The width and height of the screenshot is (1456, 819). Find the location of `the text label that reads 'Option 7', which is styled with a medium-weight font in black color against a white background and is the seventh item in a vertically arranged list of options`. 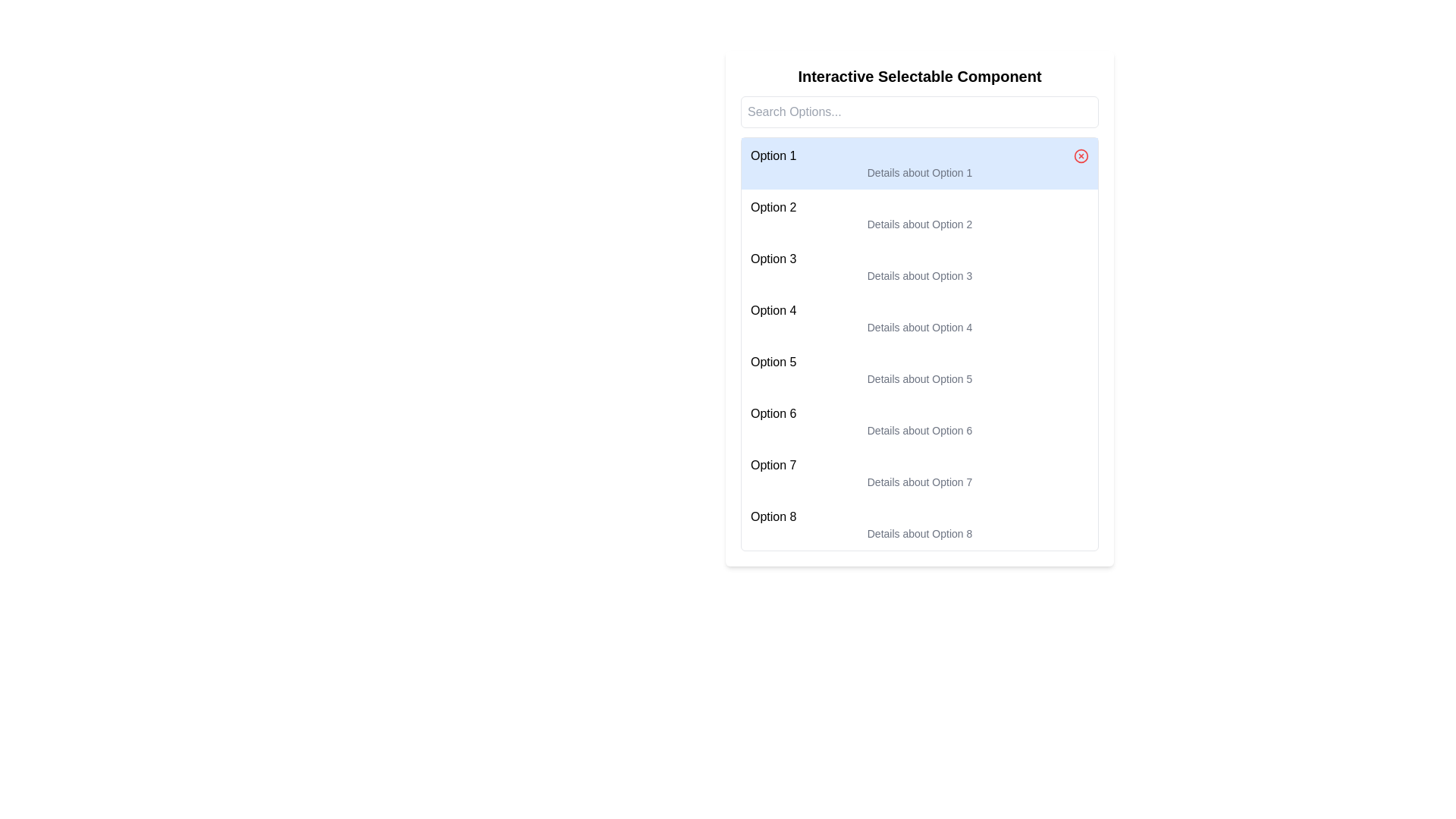

the text label that reads 'Option 7', which is styled with a medium-weight font in black color against a white background and is the seventh item in a vertically arranged list of options is located at coordinates (773, 464).